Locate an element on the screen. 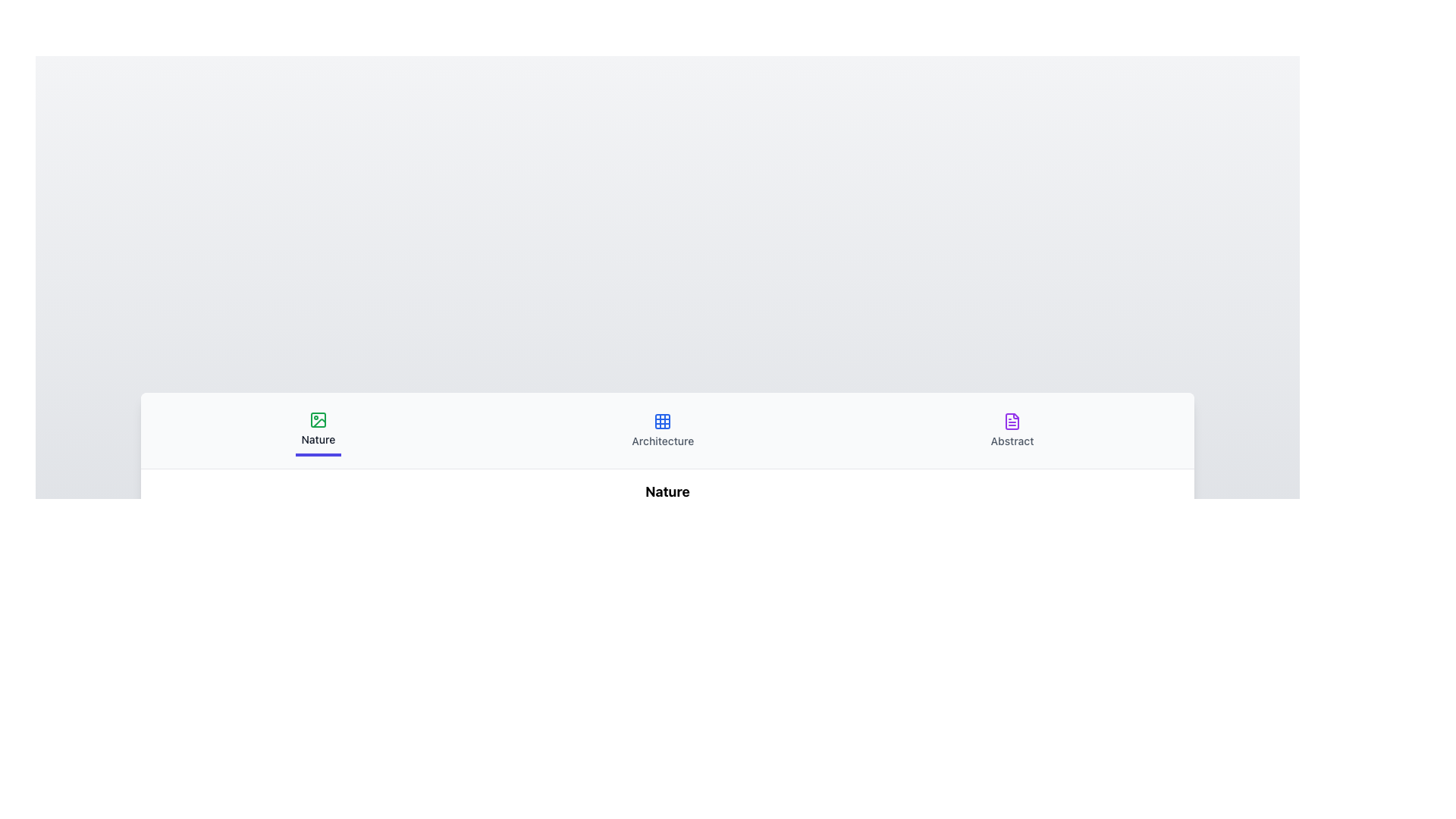 The height and width of the screenshot is (819, 1456). the button labeled 'Abstract' with a purple document icon, which is the rightmost button in a horizontal layout is located at coordinates (1012, 430).